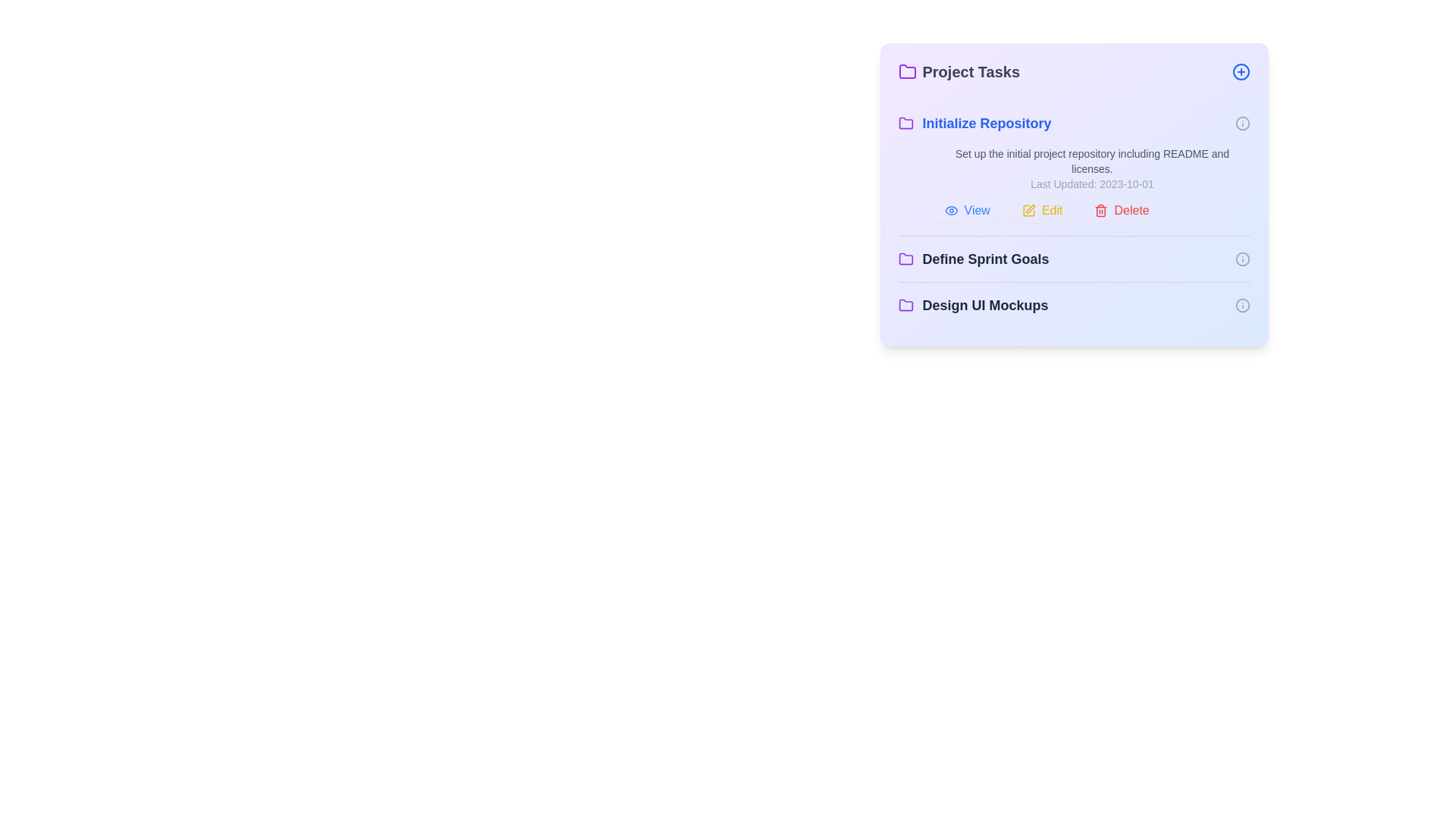 The image size is (1456, 819). What do you see at coordinates (1092, 184) in the screenshot?
I see `the static text label displaying 'Last Updated: 2023-10-01', which is positioned above the action buttons and below the task description` at bounding box center [1092, 184].